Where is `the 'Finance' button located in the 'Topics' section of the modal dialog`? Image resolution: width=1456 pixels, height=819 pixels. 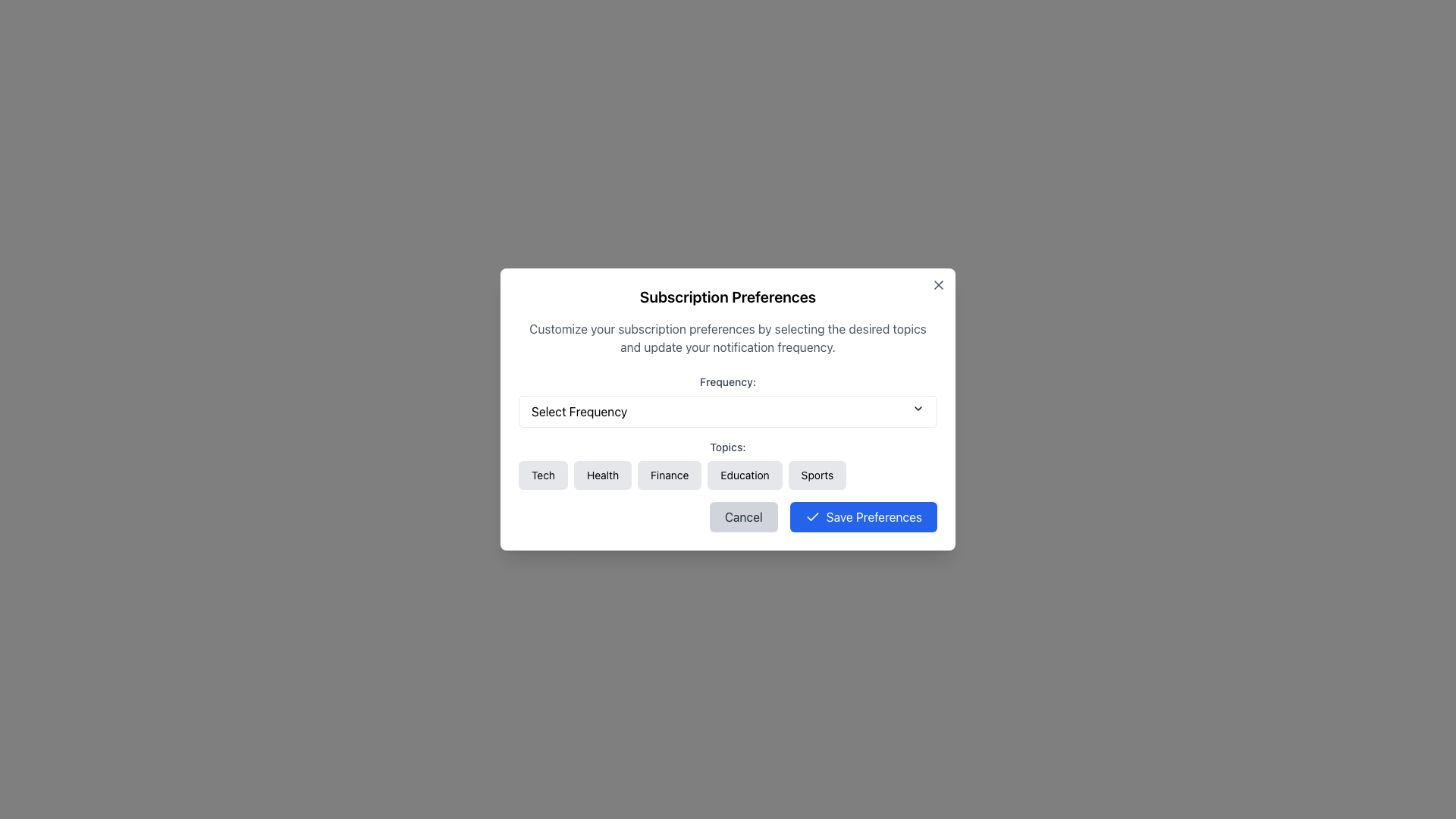
the 'Finance' button located in the 'Topics' section of the modal dialog is located at coordinates (669, 475).